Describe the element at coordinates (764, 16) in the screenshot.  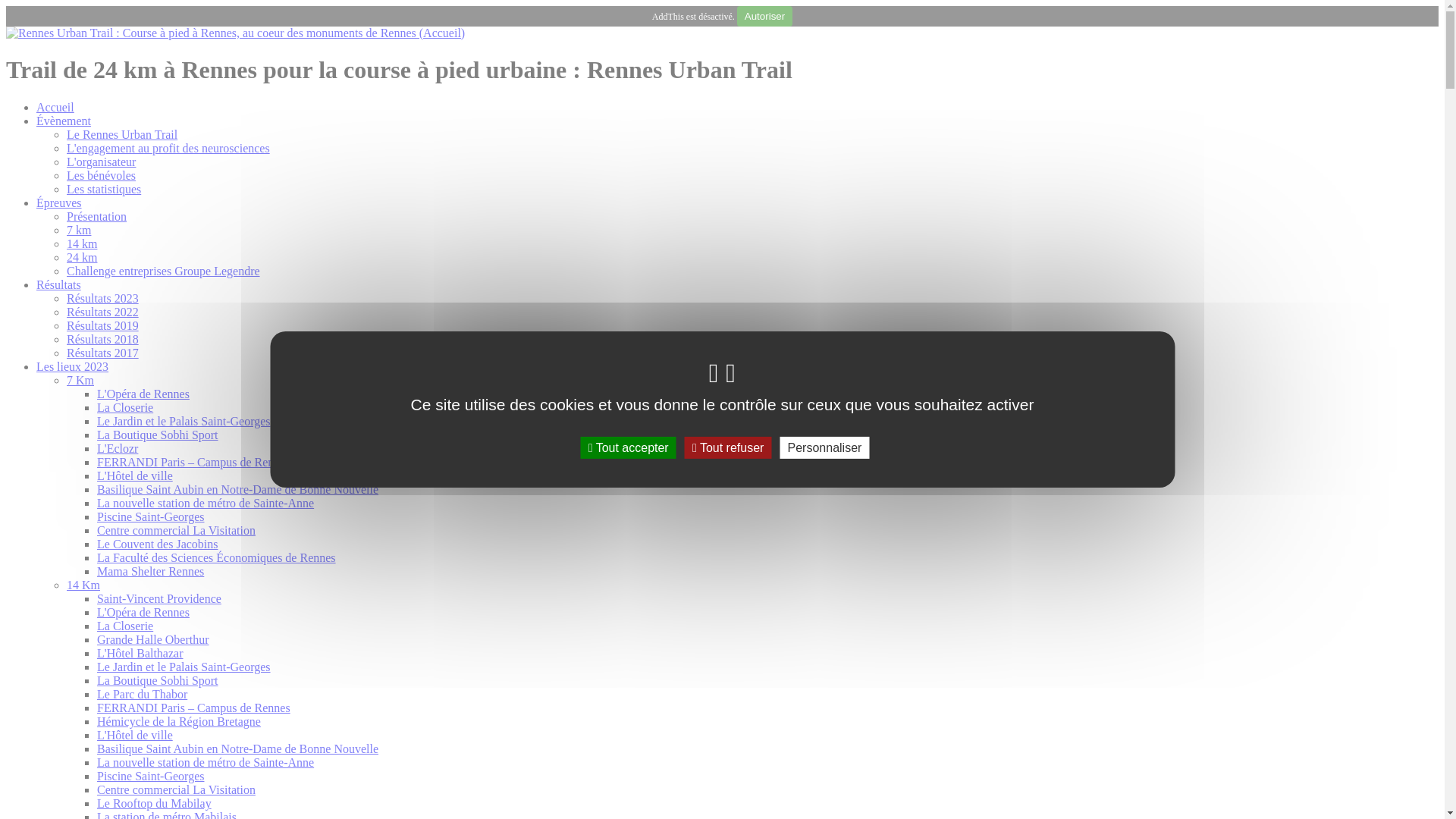
I see `'Autoriser'` at that location.